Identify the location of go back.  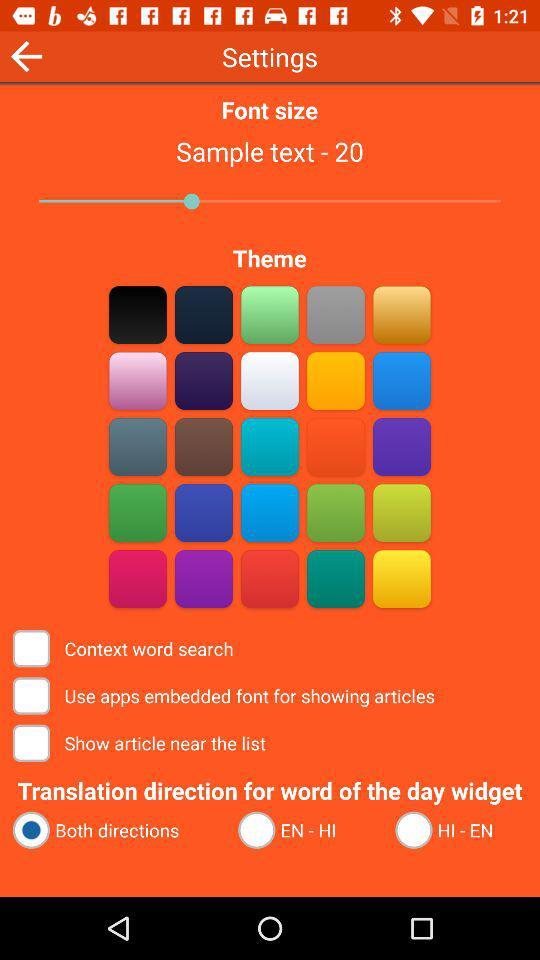
(25, 55).